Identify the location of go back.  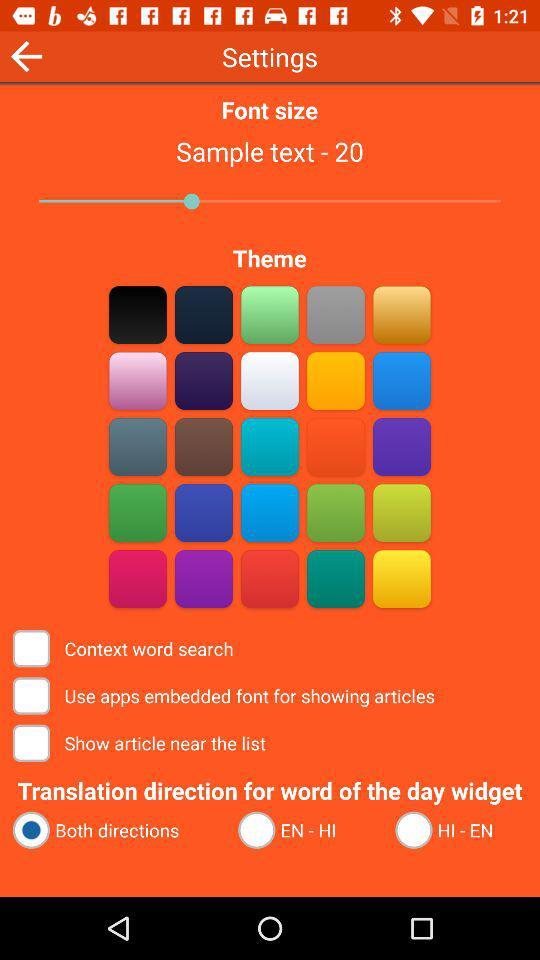
(25, 55).